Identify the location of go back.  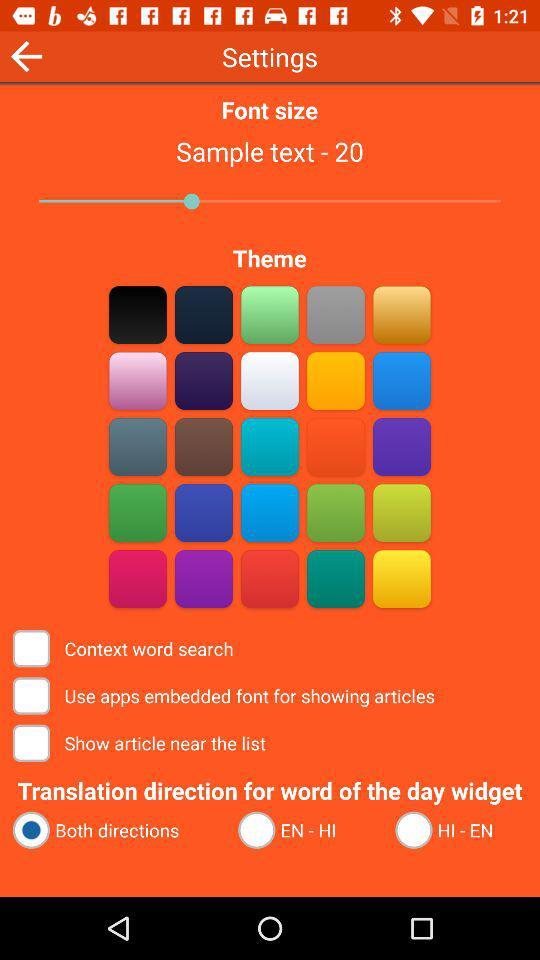
(25, 55).